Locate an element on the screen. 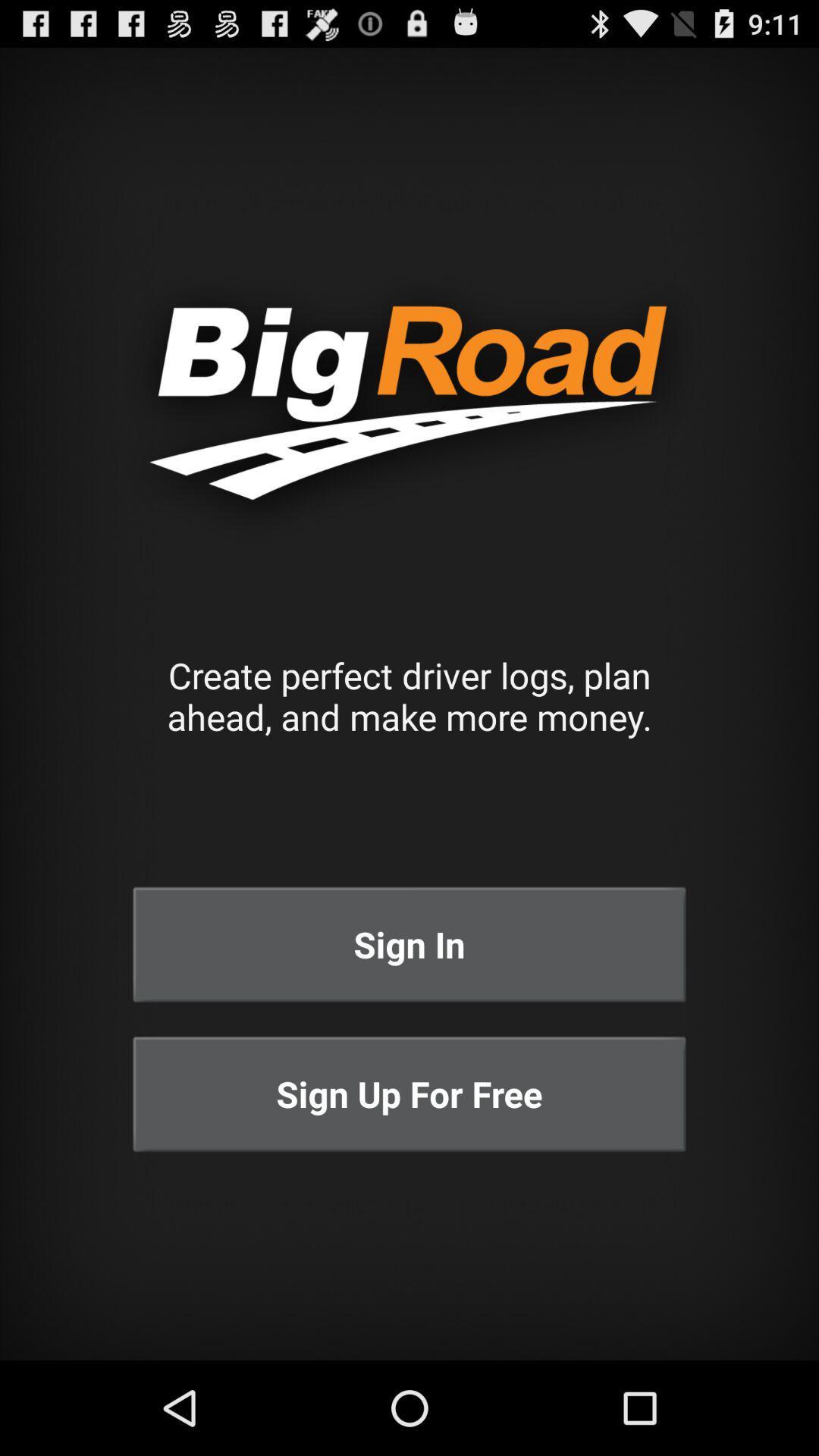 The height and width of the screenshot is (1456, 819). sign in is located at coordinates (409, 943).